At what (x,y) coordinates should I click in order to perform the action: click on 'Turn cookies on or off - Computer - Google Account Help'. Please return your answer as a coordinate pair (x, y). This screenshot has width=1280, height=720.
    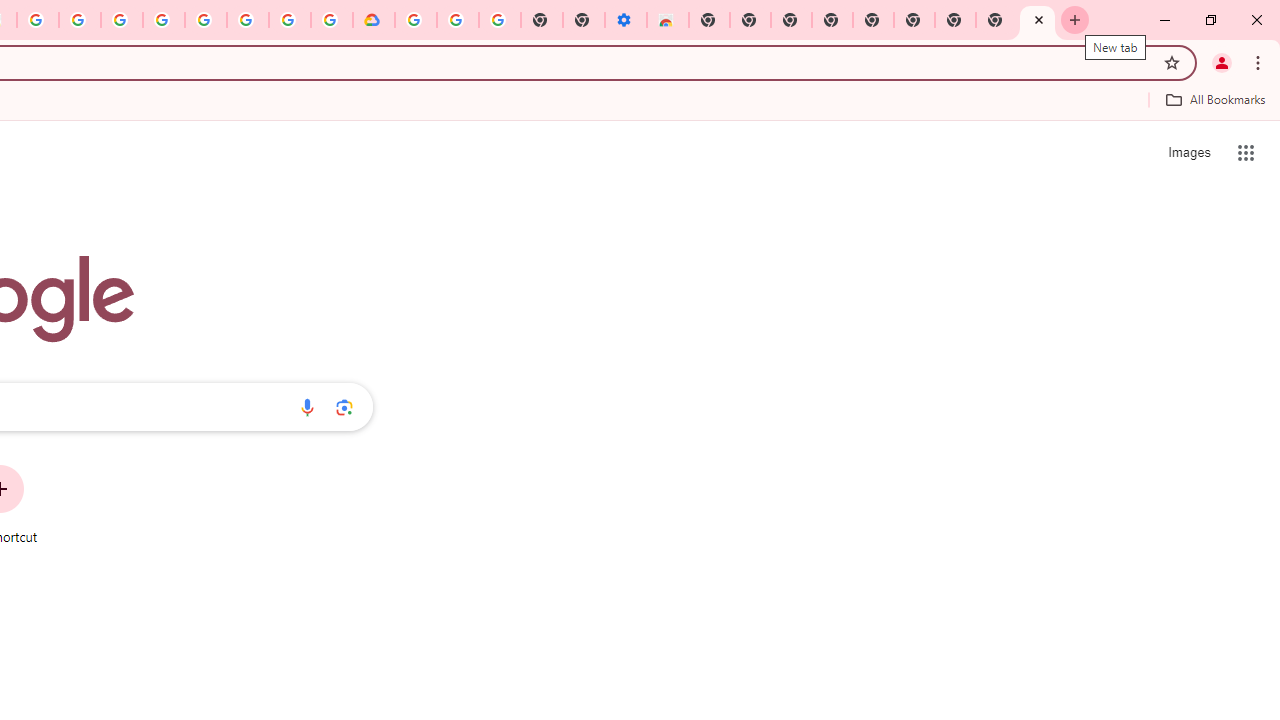
    Looking at the image, I should click on (499, 20).